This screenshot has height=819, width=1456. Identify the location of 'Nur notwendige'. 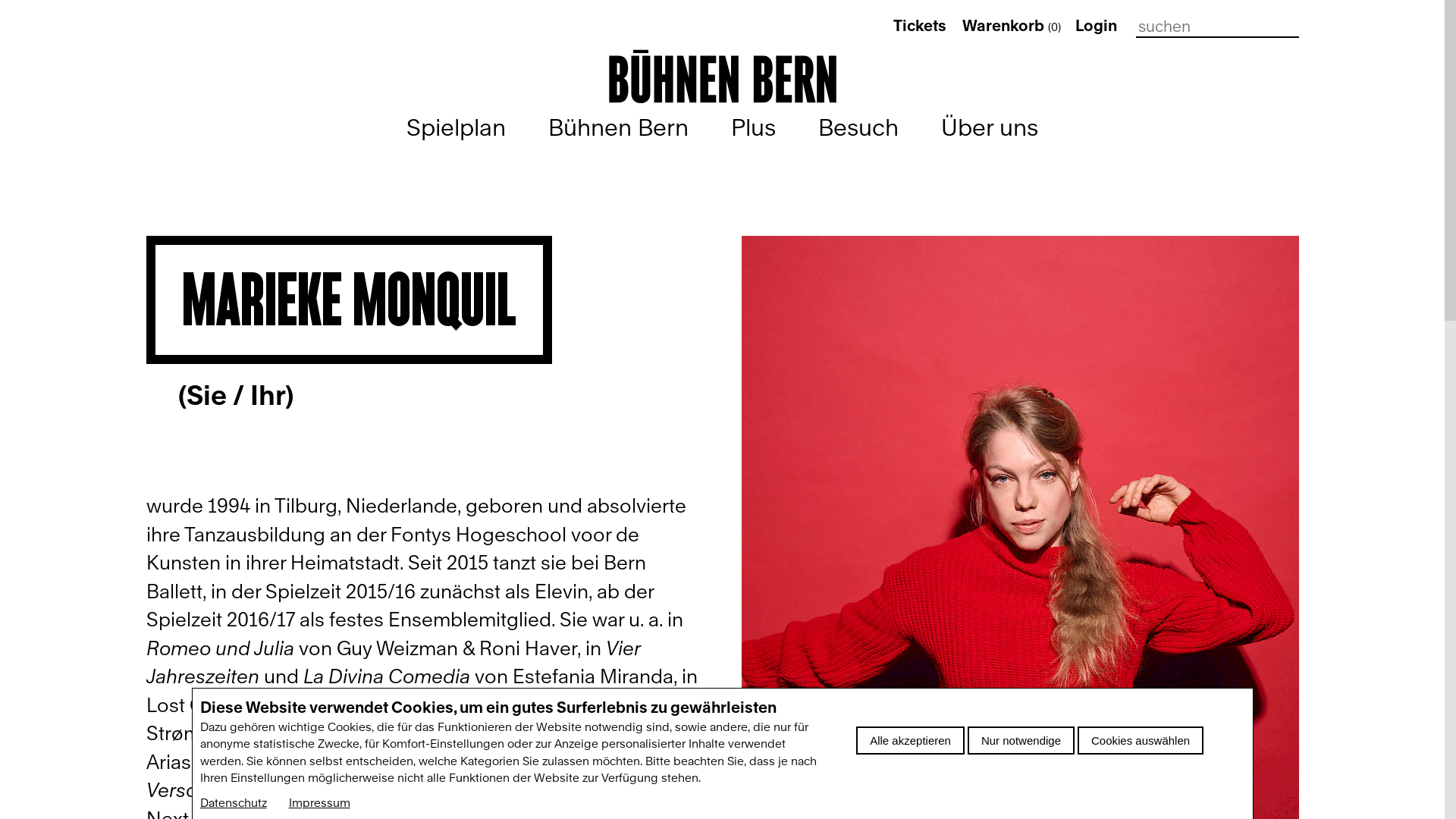
(1021, 739).